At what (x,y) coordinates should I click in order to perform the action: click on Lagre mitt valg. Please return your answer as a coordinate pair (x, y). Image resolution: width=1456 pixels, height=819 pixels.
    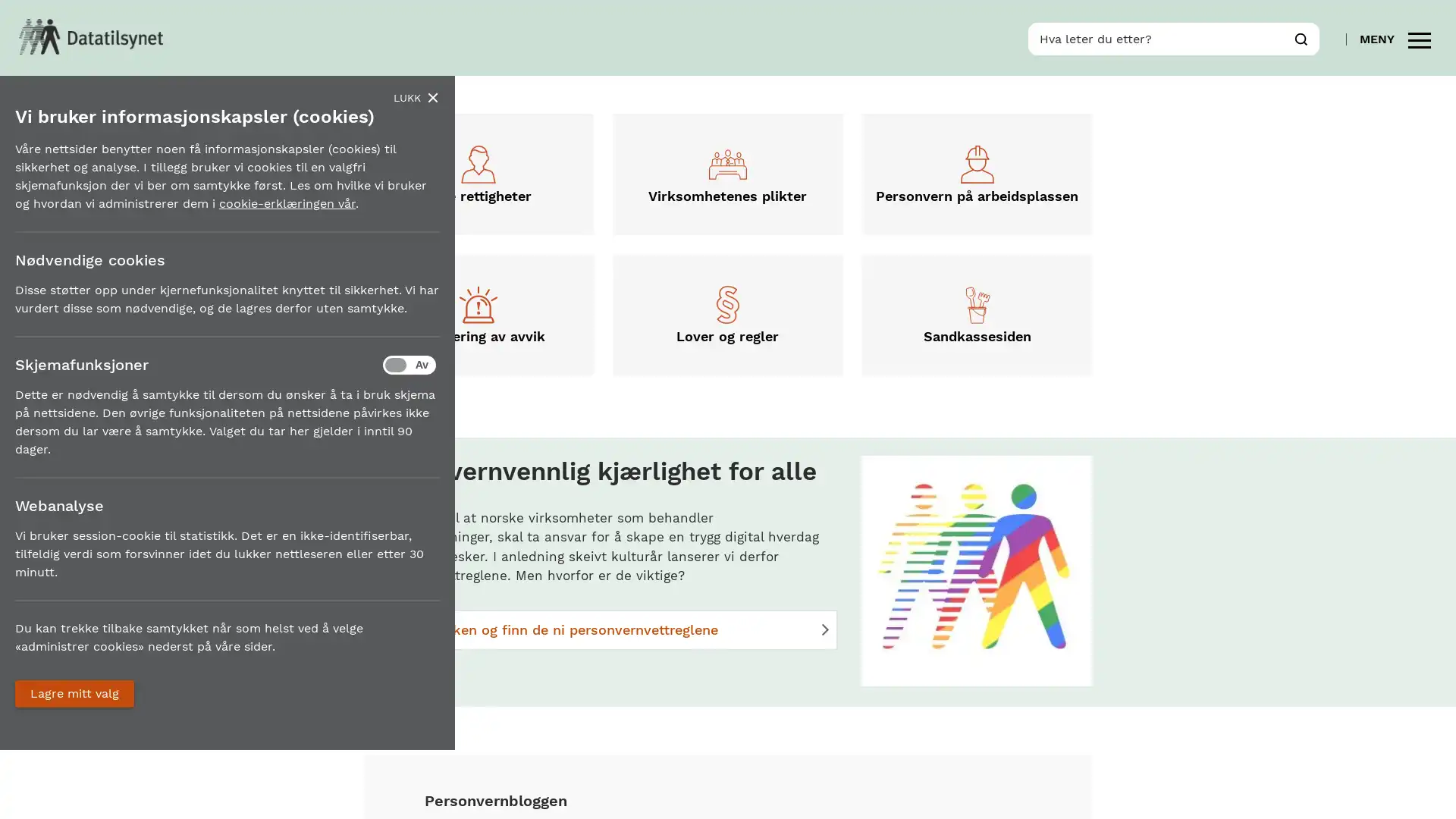
    Looking at the image, I should click on (74, 693).